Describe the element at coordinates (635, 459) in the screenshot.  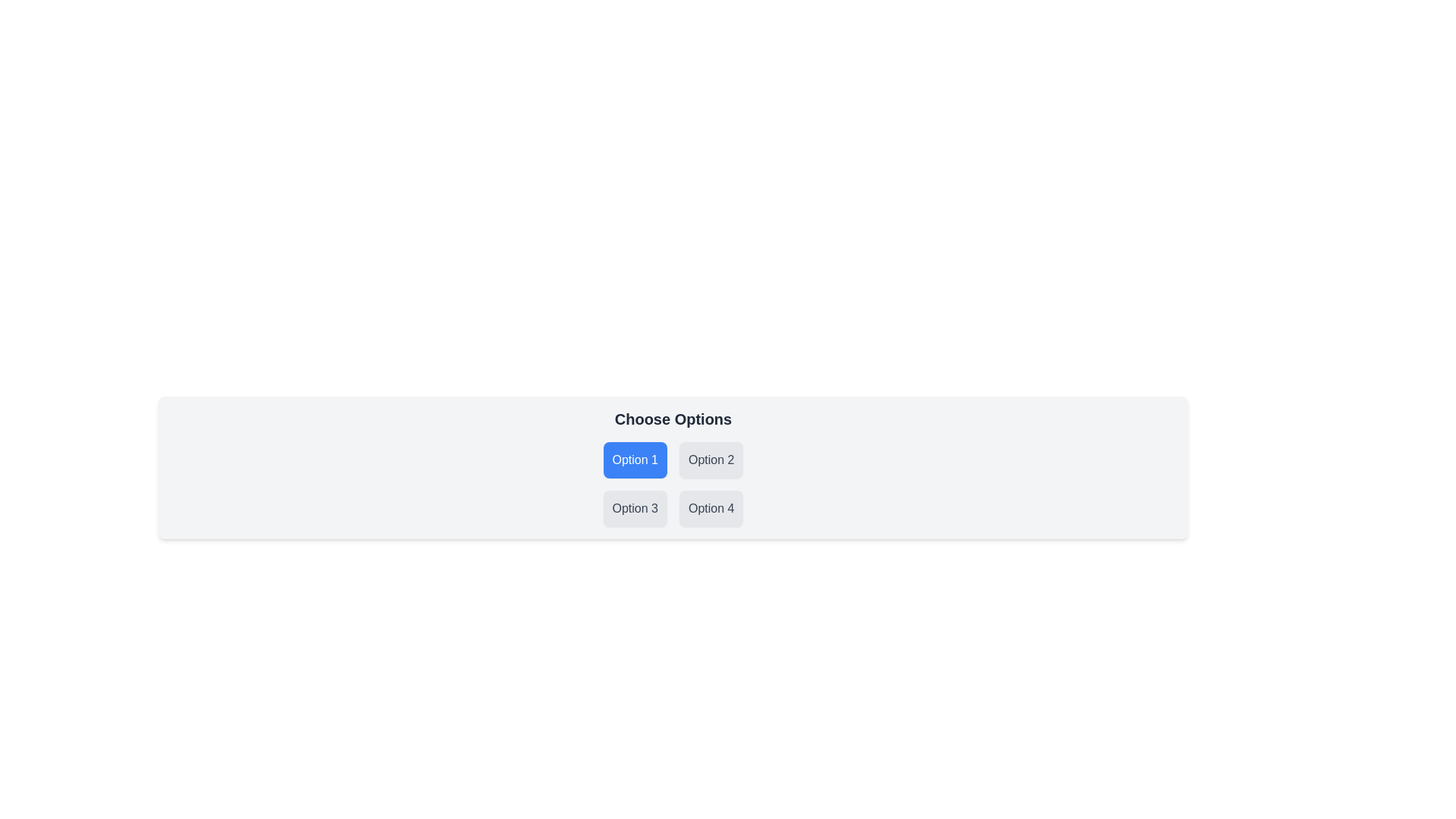
I see `the blue button labeled 'Option 1' in the top-left corner of the grid layout` at that location.